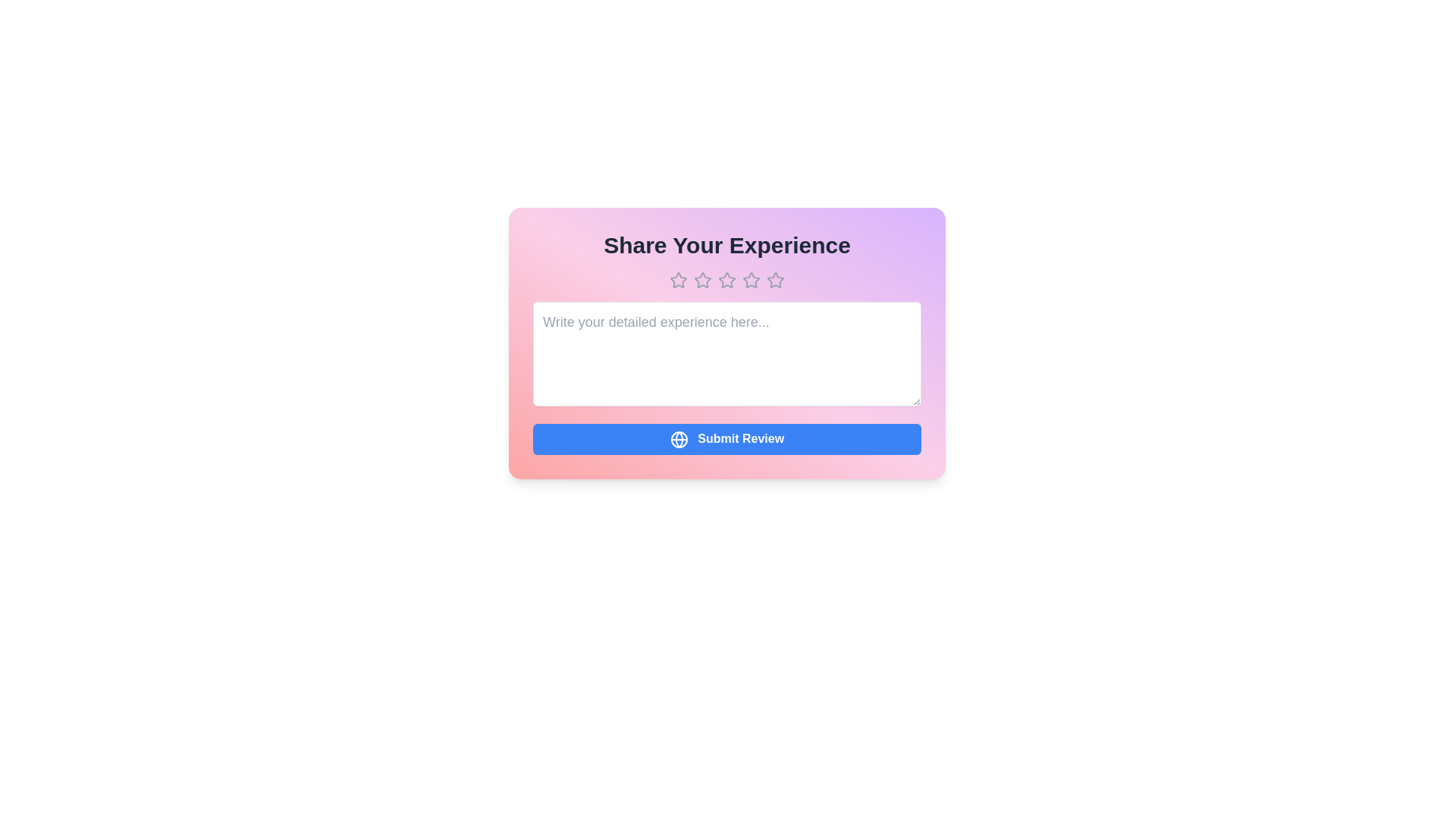 Image resolution: width=1456 pixels, height=819 pixels. I want to click on the star corresponding to 3 stars to preview the rating, so click(726, 281).